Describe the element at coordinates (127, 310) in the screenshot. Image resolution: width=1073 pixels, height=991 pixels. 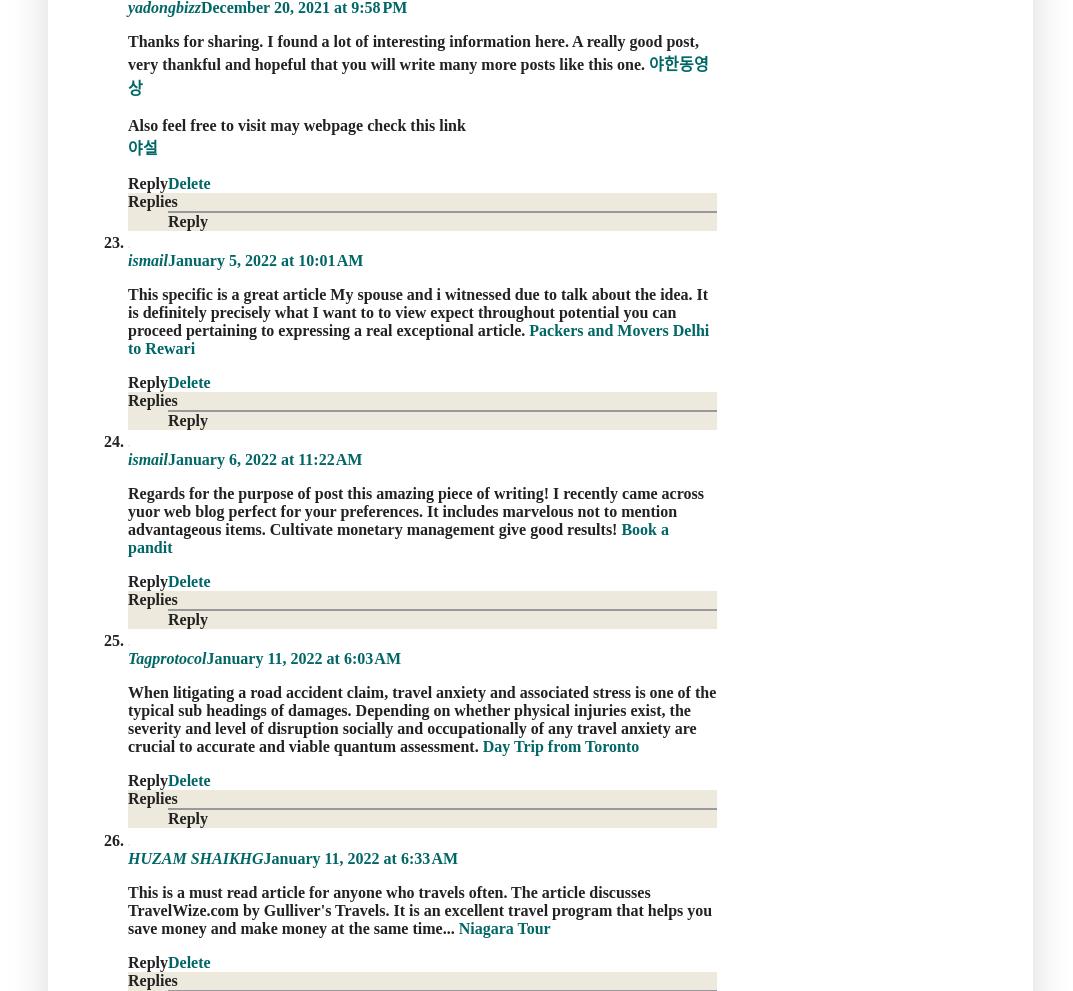
I see `'This specific is a great article My spouse and i witnessed due to talk about the idea. It is definitely precisely what I want to to view expect throughout potential you can proceed pertaining to expressing a real exceptional article.'` at that location.